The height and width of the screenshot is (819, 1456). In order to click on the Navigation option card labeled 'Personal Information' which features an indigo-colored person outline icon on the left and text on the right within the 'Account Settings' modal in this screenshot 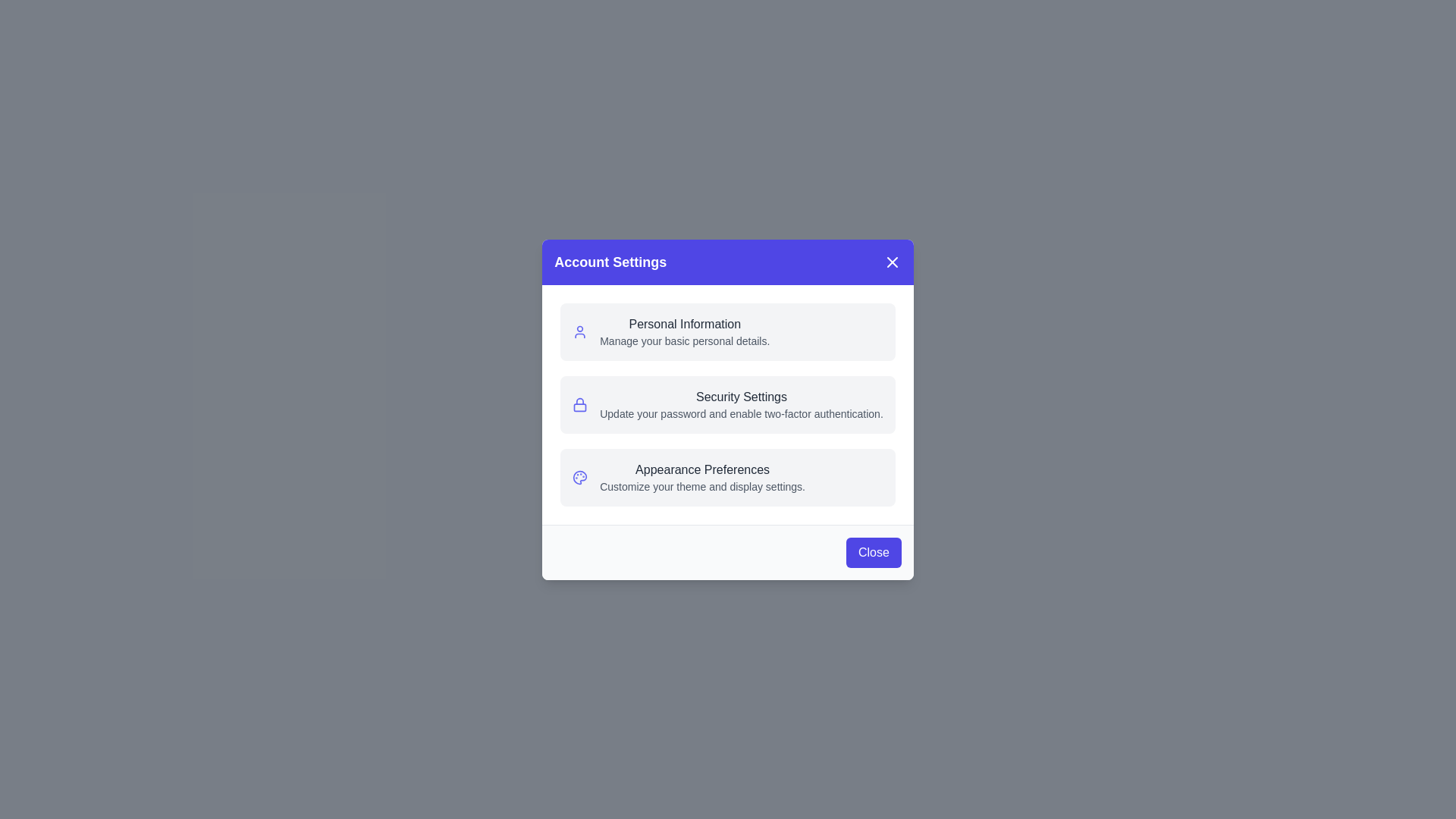, I will do `click(728, 331)`.